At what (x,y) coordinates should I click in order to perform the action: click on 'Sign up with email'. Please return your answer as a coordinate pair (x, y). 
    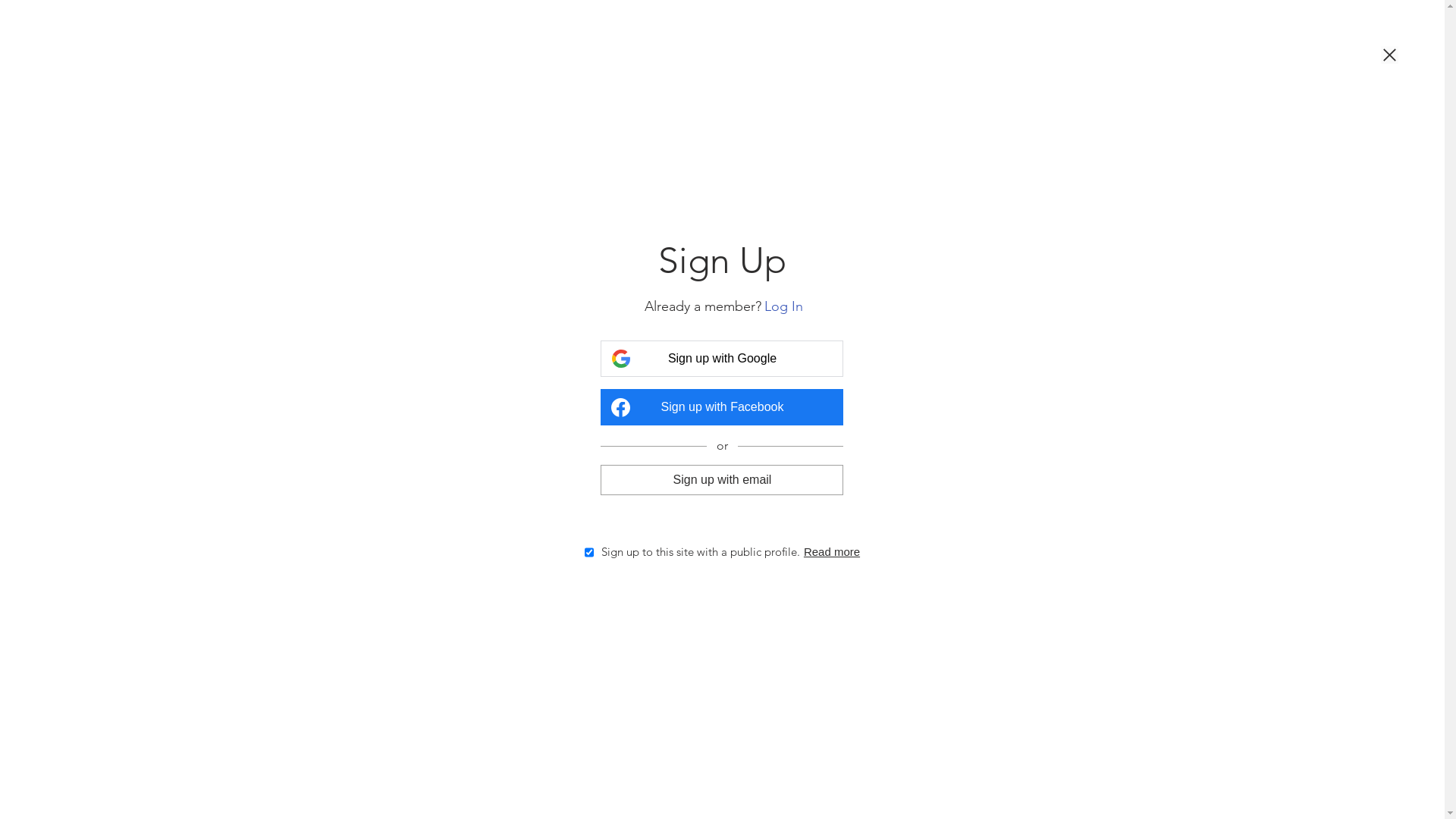
    Looking at the image, I should click on (720, 479).